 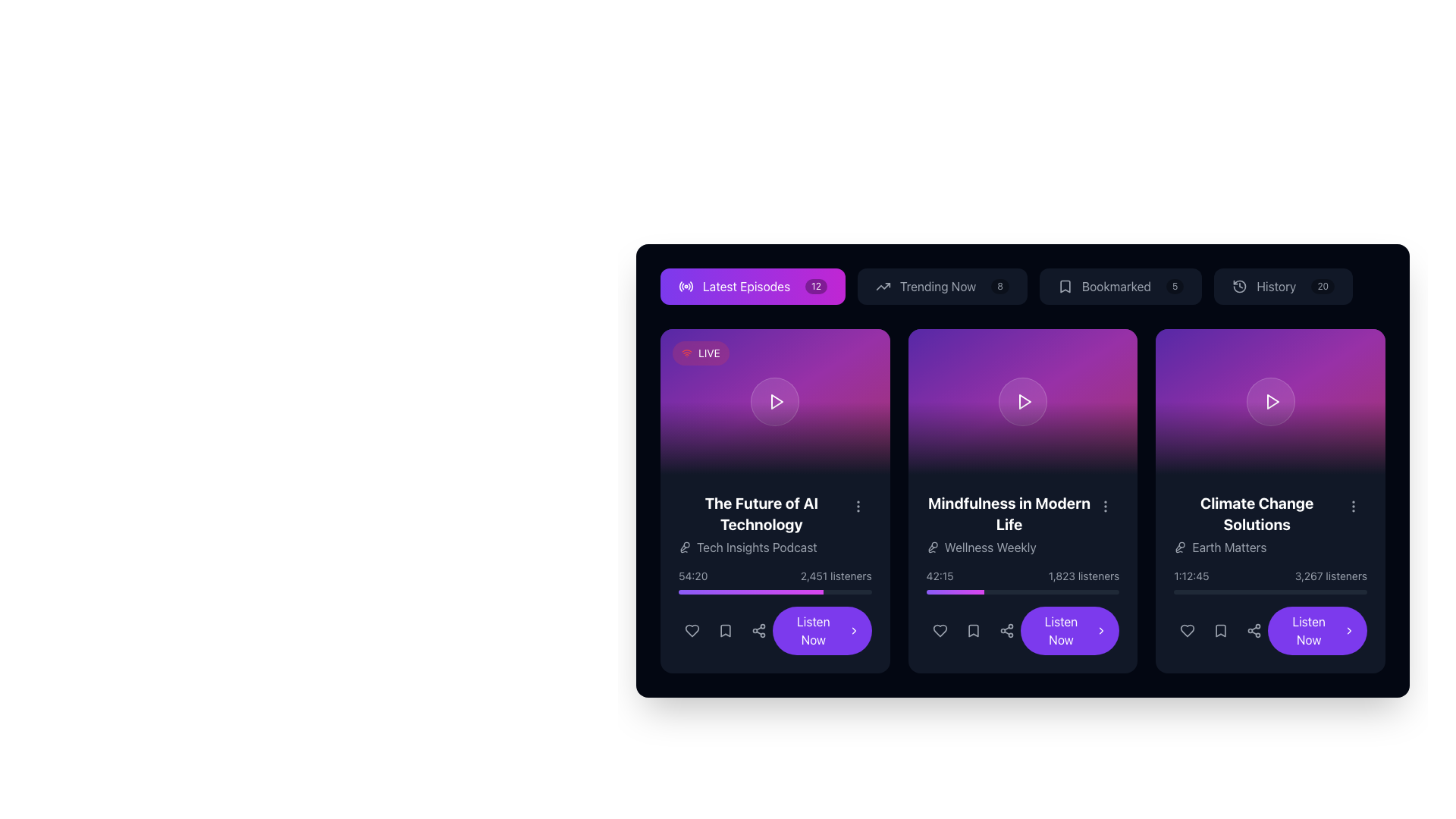 What do you see at coordinates (973, 631) in the screenshot?
I see `the second button in the row of three buttons under the 'Mindfulness in Modern Life' card to bookmark the content` at bounding box center [973, 631].